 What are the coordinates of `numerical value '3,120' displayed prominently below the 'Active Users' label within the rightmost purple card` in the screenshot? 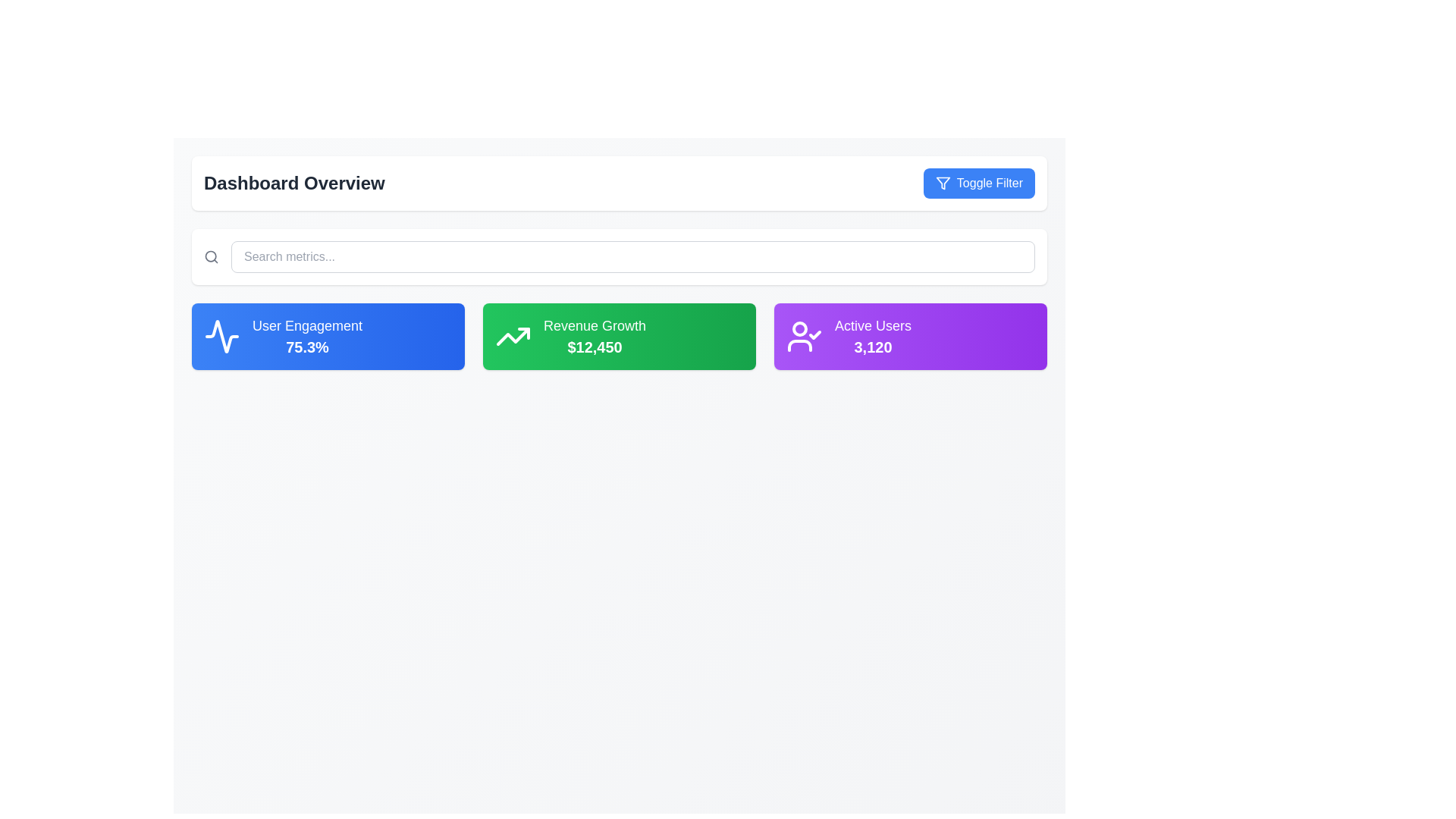 It's located at (873, 347).